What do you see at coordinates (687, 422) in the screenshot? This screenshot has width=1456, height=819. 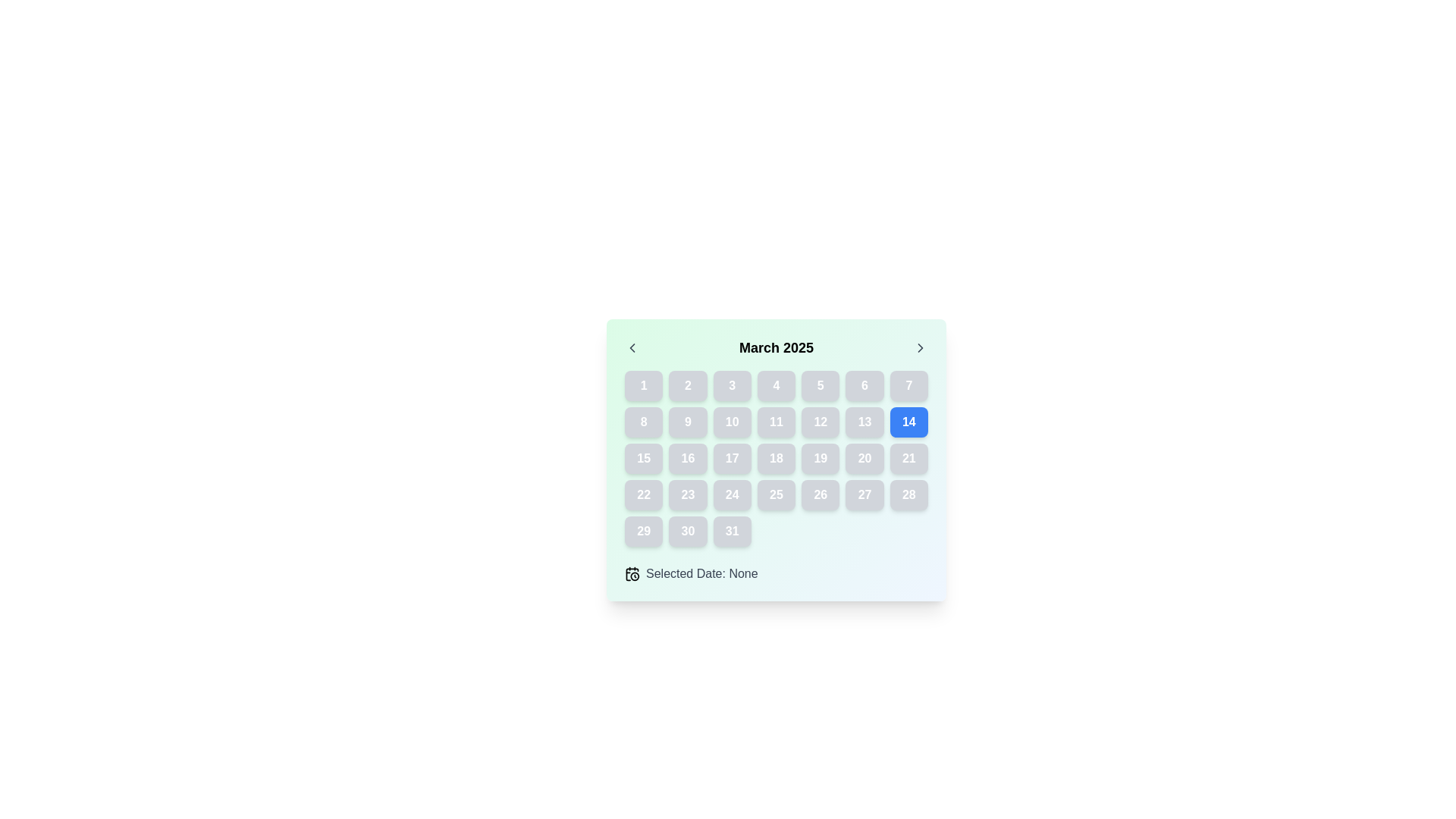 I see `the calendar day button located in the second row and second column to trigger its hover state` at bounding box center [687, 422].